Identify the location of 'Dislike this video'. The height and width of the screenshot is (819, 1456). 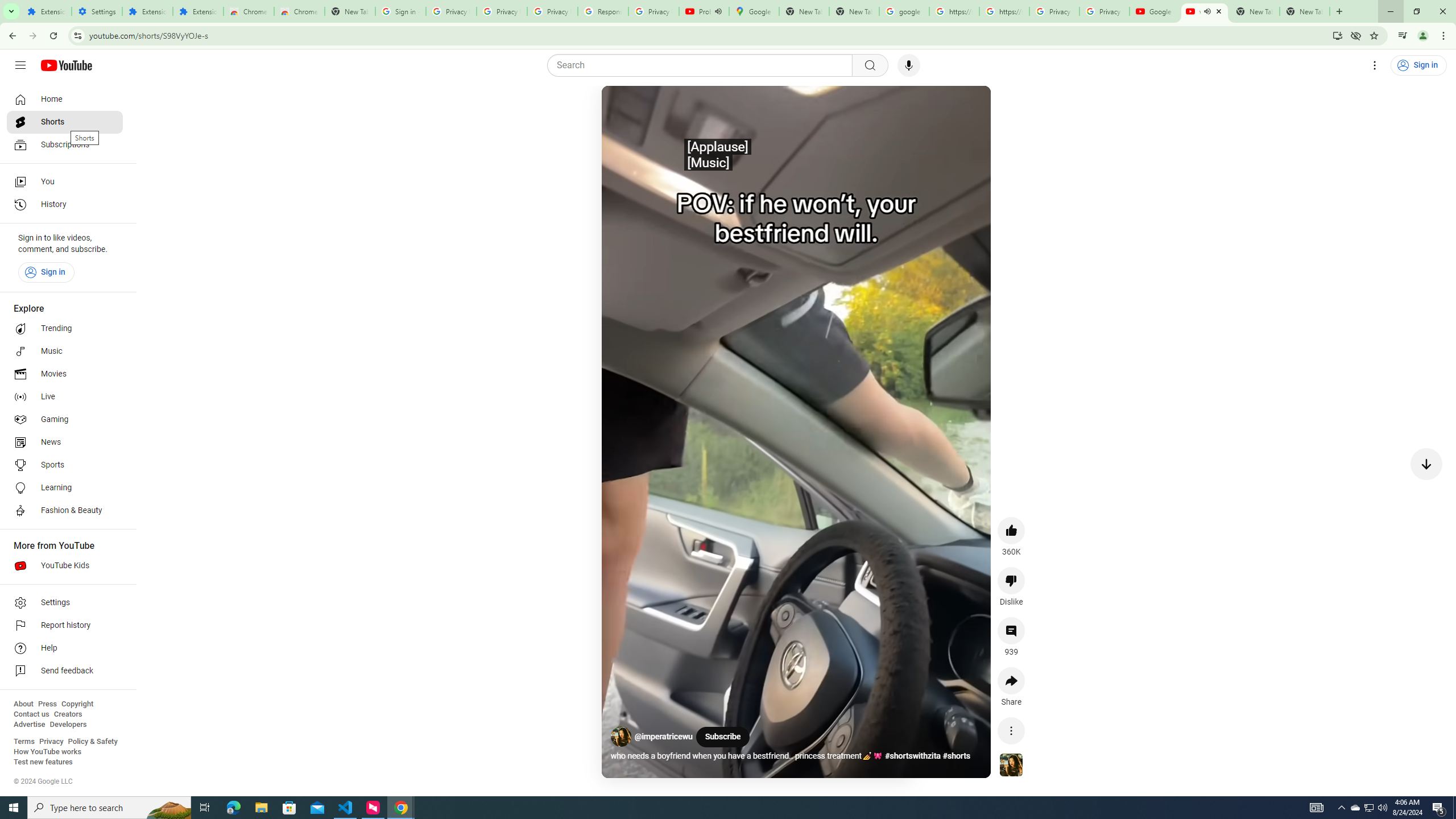
(1011, 580).